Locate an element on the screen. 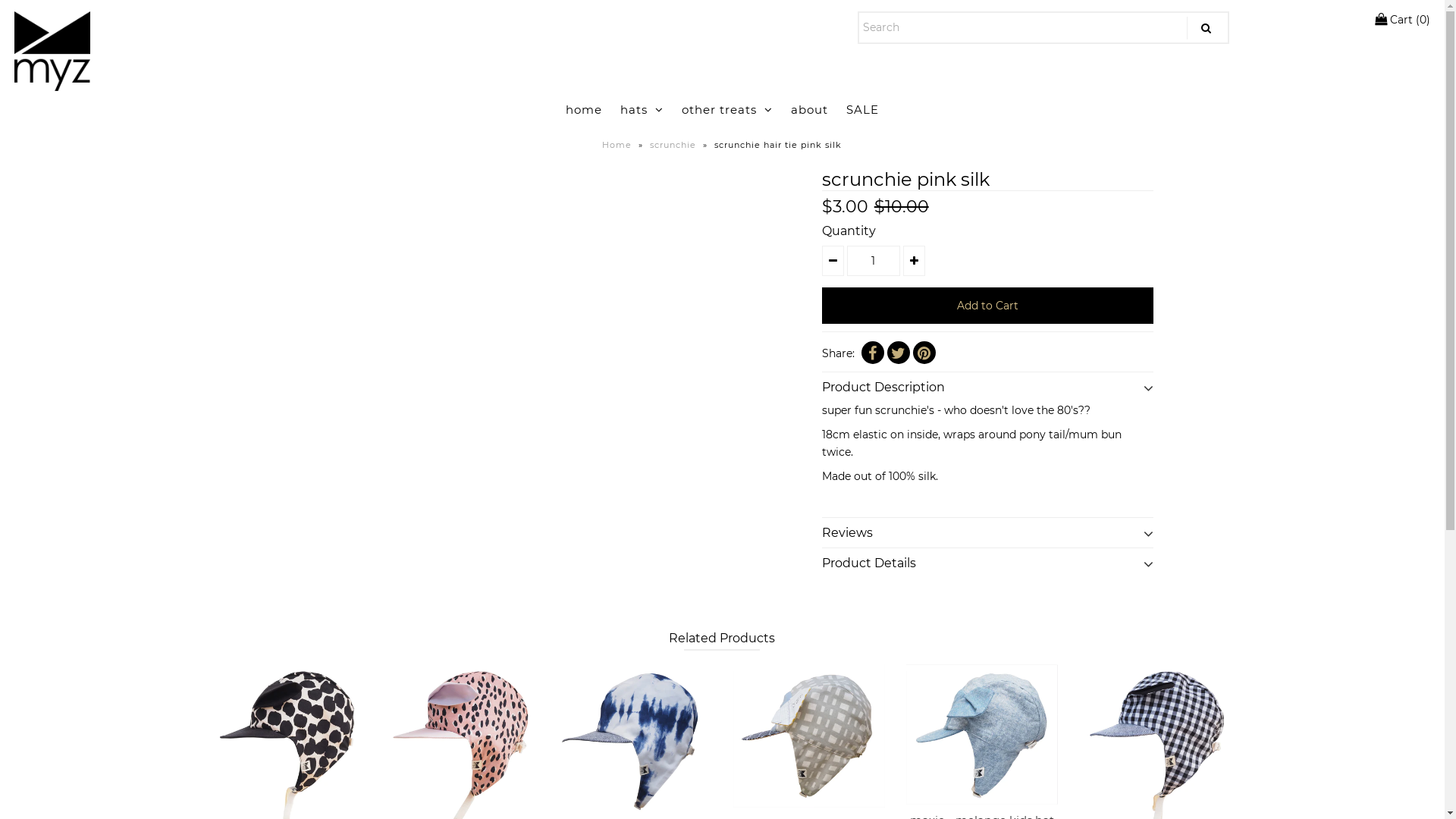 Image resolution: width=1456 pixels, height=819 pixels. 'Cart (0)' is located at coordinates (1401, 20).